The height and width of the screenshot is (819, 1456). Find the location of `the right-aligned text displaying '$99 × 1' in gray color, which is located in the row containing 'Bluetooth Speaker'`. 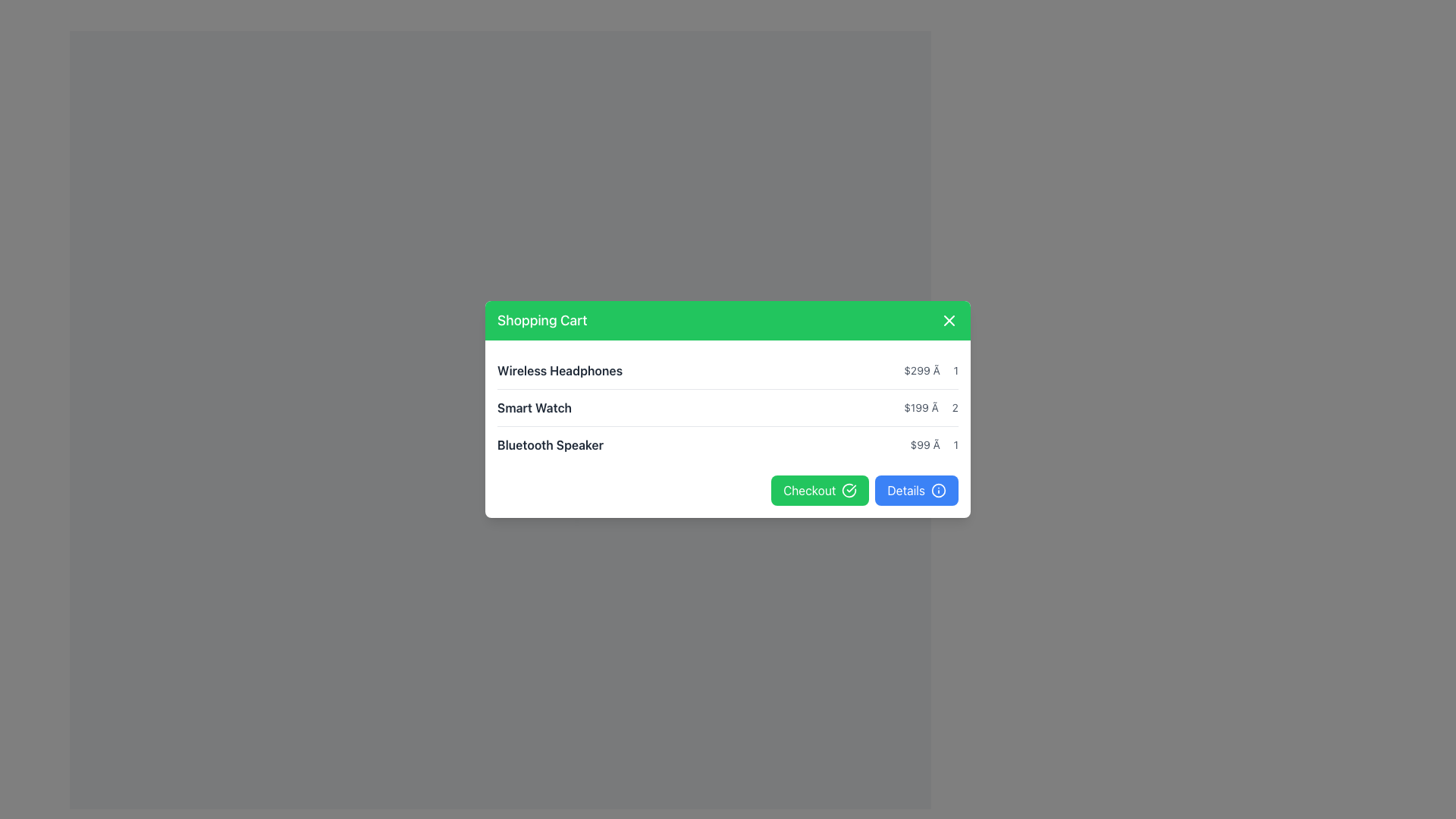

the right-aligned text displaying '$99 × 1' in gray color, which is located in the row containing 'Bluetooth Speaker' is located at coordinates (934, 444).